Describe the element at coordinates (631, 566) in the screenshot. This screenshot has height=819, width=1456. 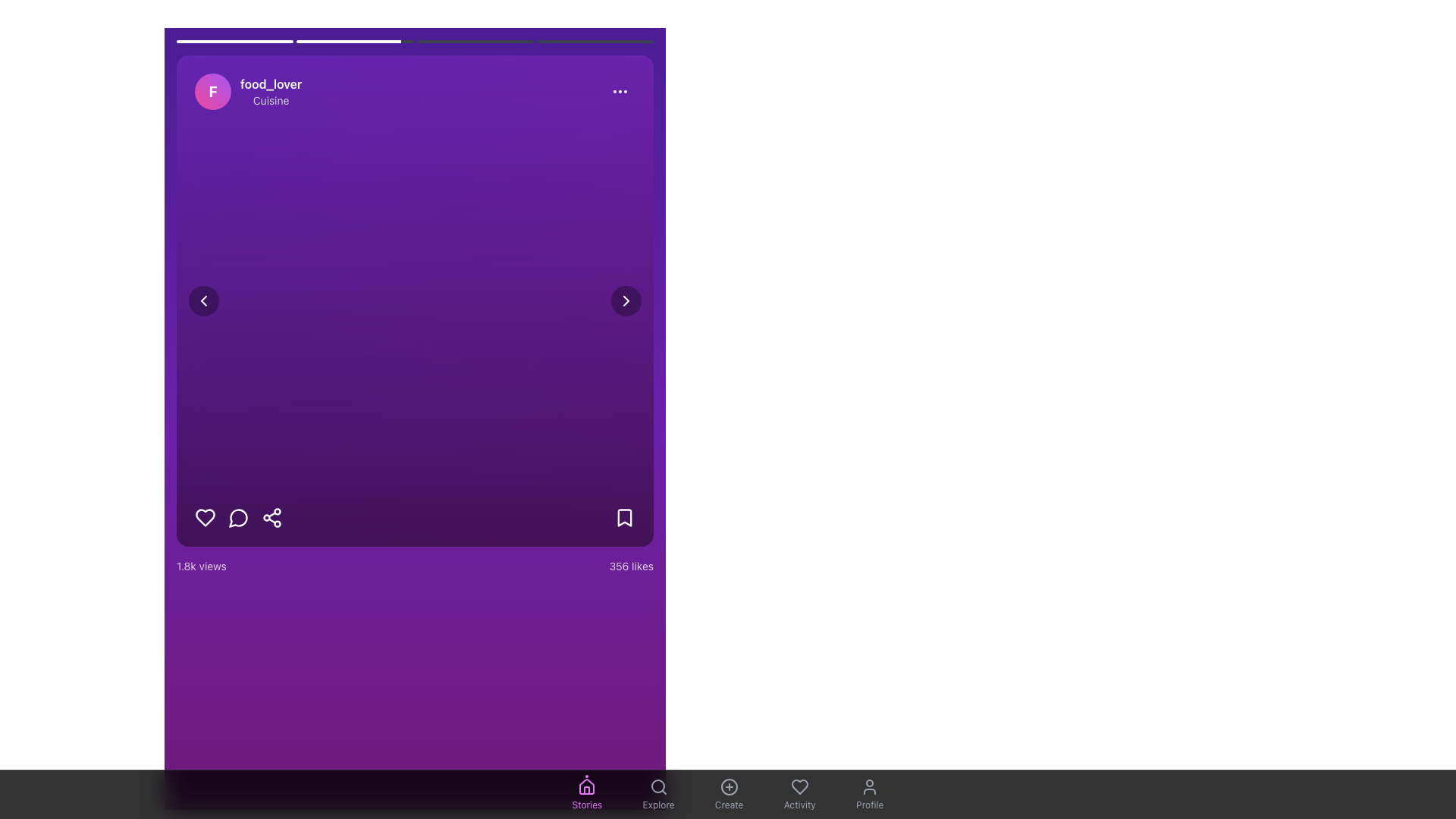
I see `text label displaying the total number of likes received for the associated content, located in the bottom-right corner of the visible content area` at that location.